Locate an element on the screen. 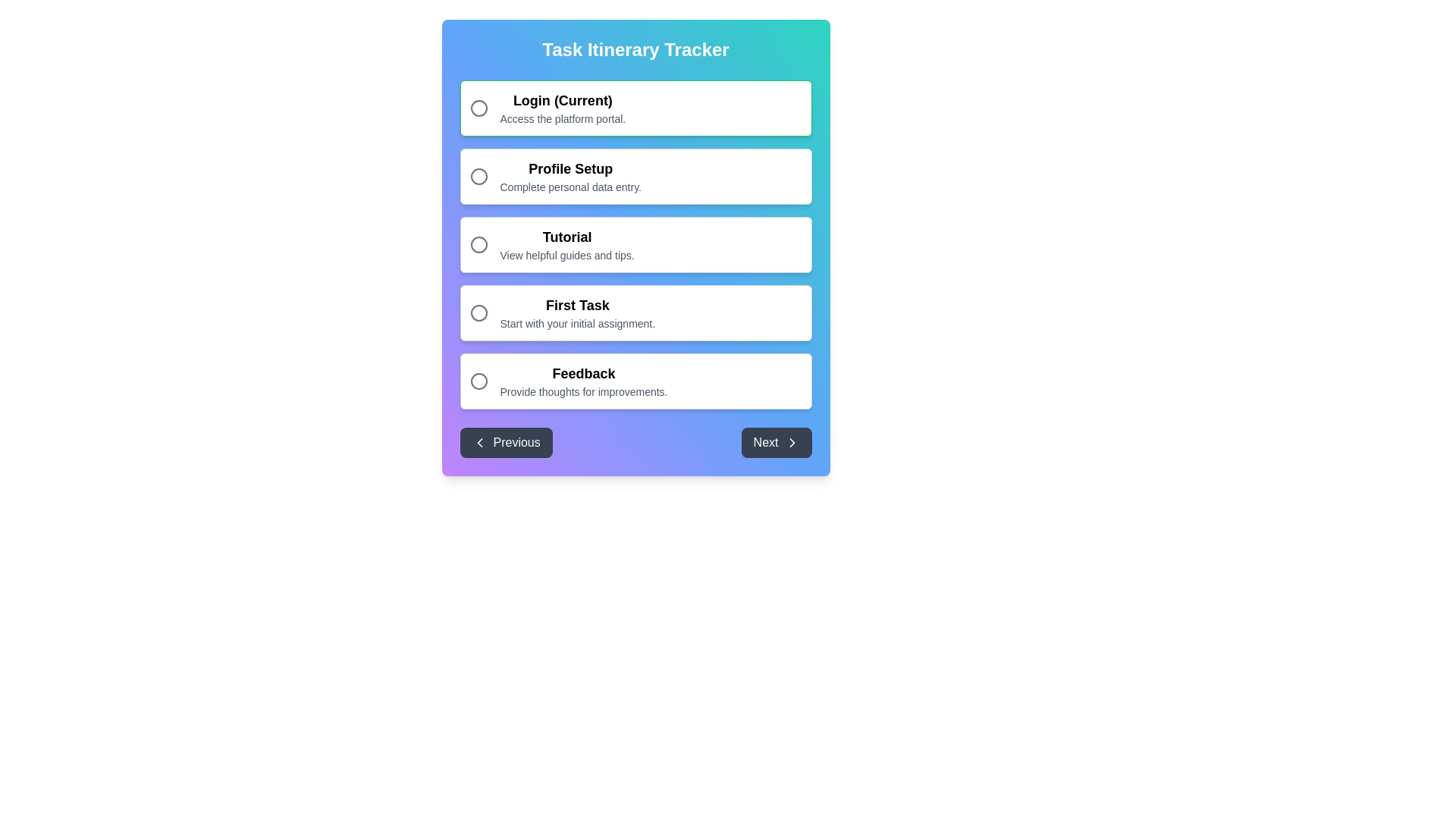 Image resolution: width=1456 pixels, height=819 pixels. the third informational card in the 'Task Itinerary Tracker' section, which features a bold title 'Tutorial' and a smaller description 'View helpful guides and tips.' is located at coordinates (635, 244).